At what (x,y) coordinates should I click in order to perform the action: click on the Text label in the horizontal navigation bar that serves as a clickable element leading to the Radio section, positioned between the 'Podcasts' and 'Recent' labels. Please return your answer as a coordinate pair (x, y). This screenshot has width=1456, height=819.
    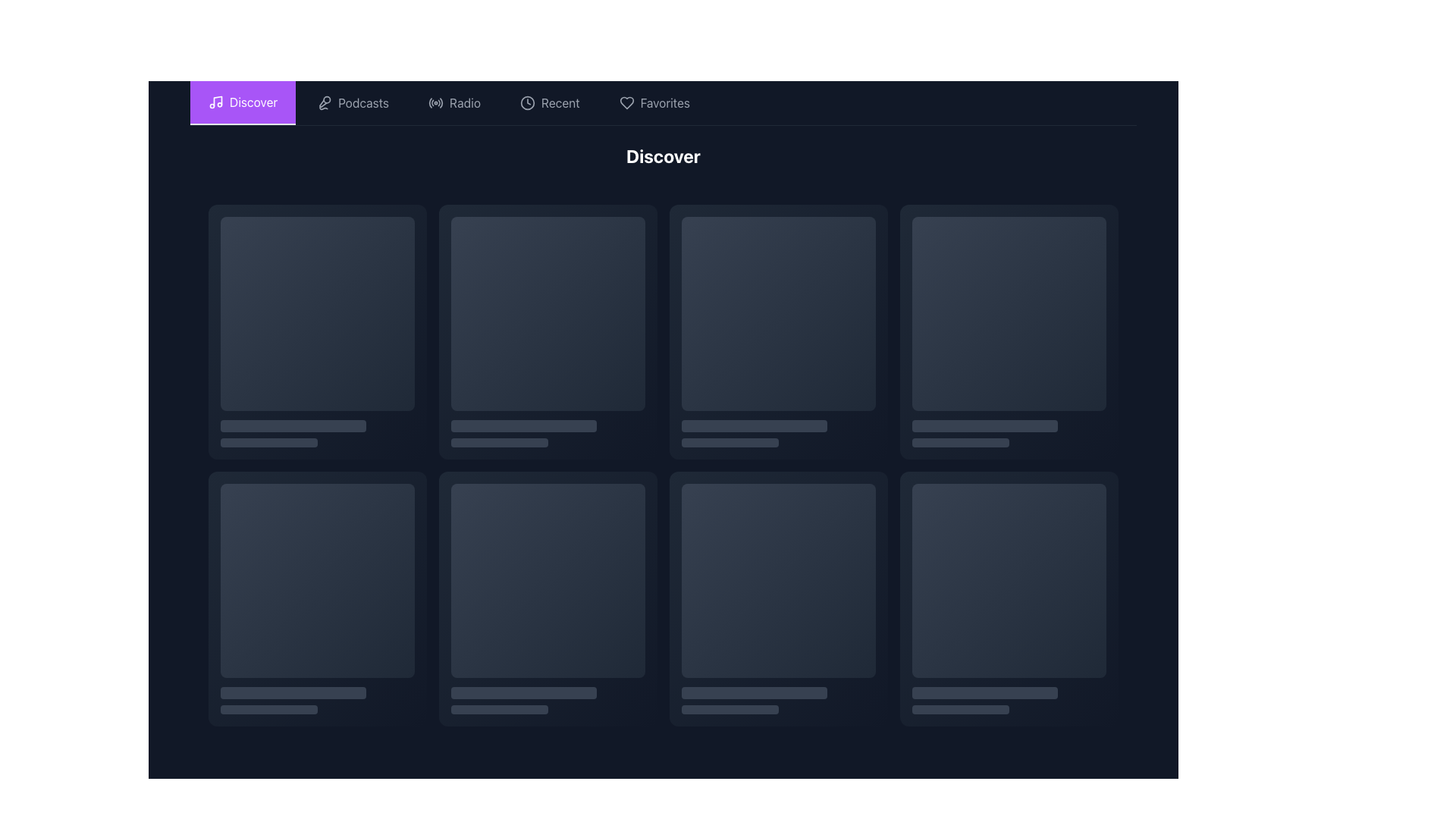
    Looking at the image, I should click on (464, 102).